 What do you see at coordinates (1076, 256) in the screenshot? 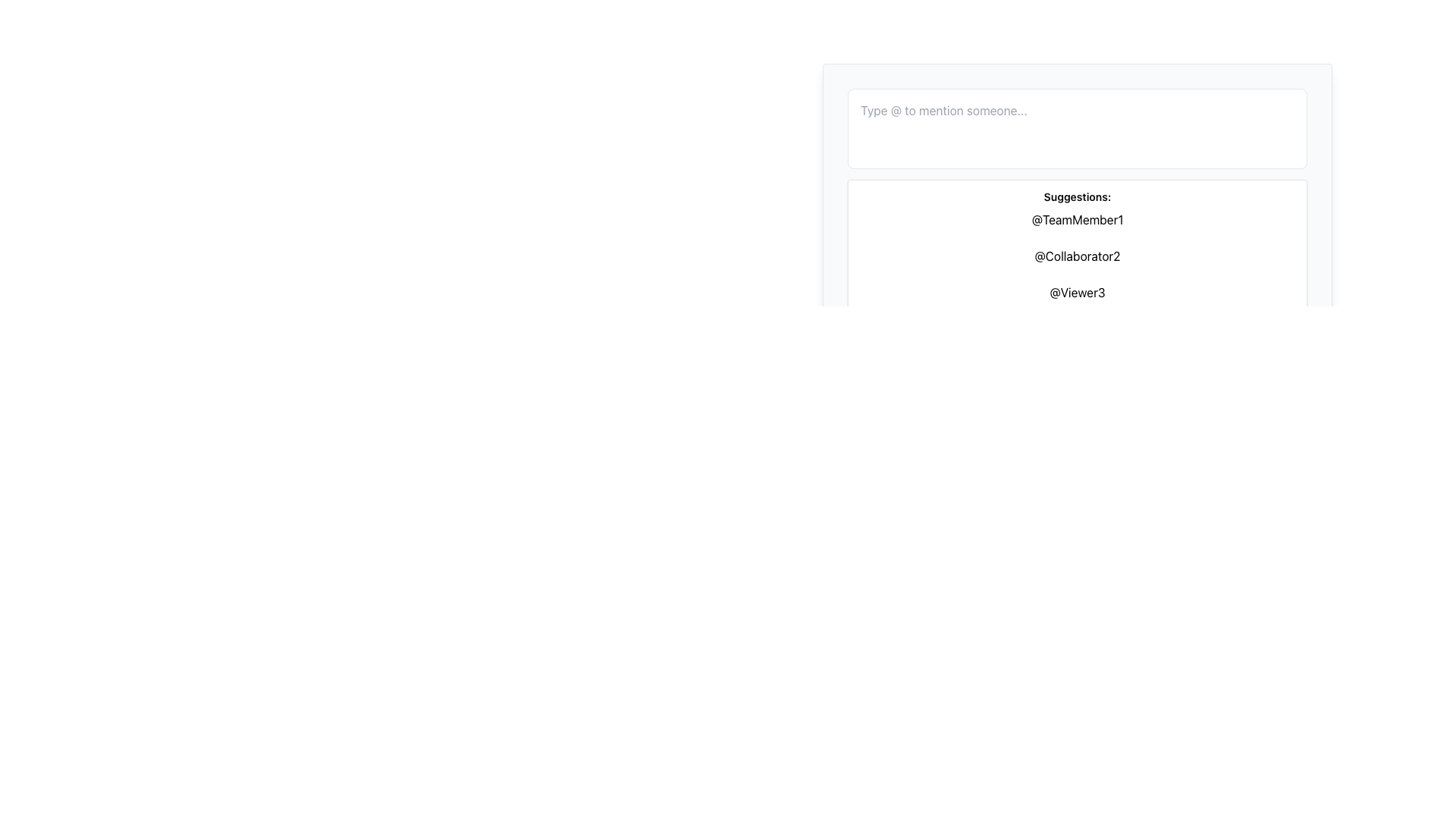
I see `the List item containing the text '@Collaborator2' to observe the highlight effect` at bounding box center [1076, 256].